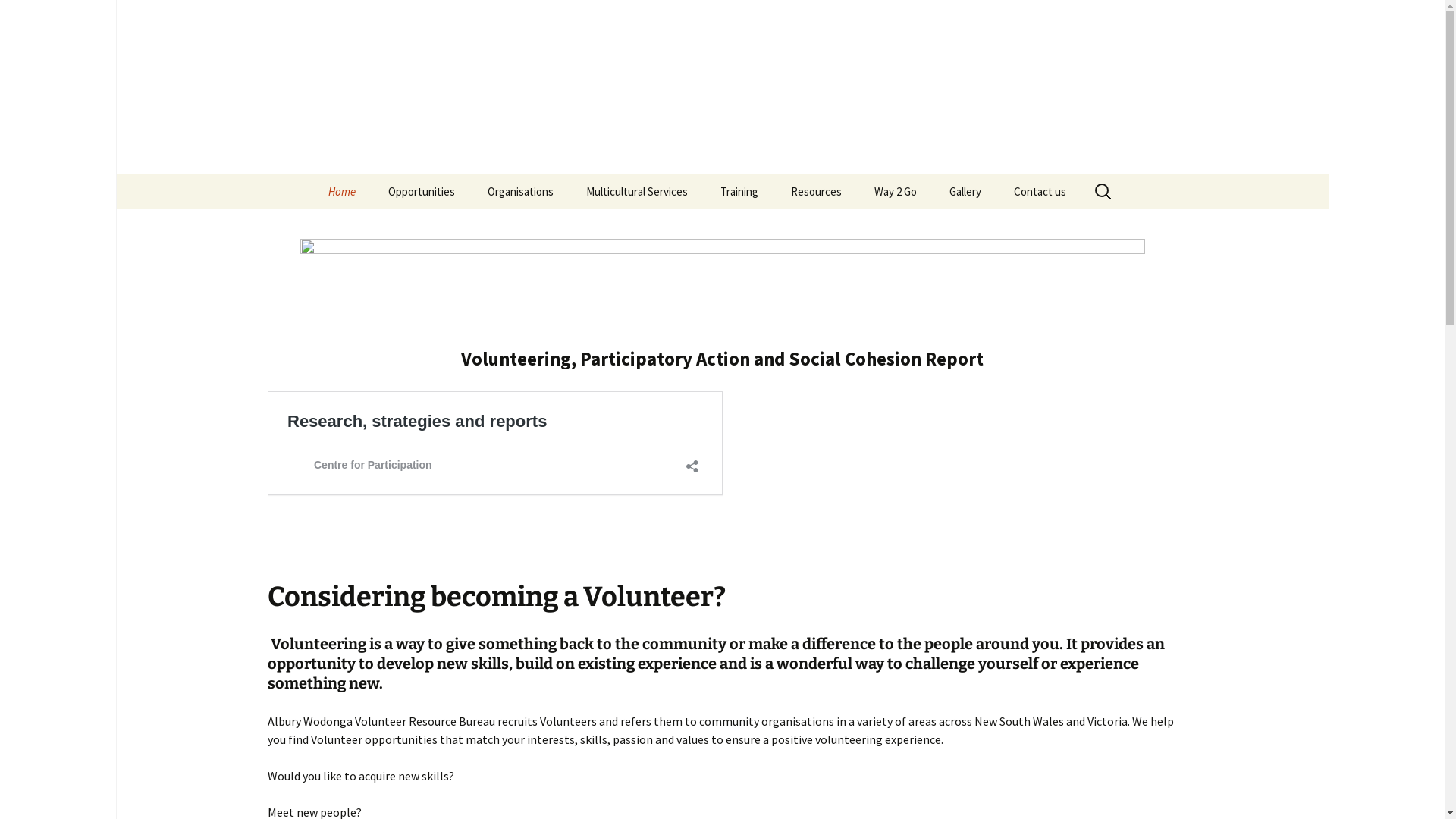 Image resolution: width=1456 pixels, height=819 pixels. I want to click on 'Training', so click(704, 190).